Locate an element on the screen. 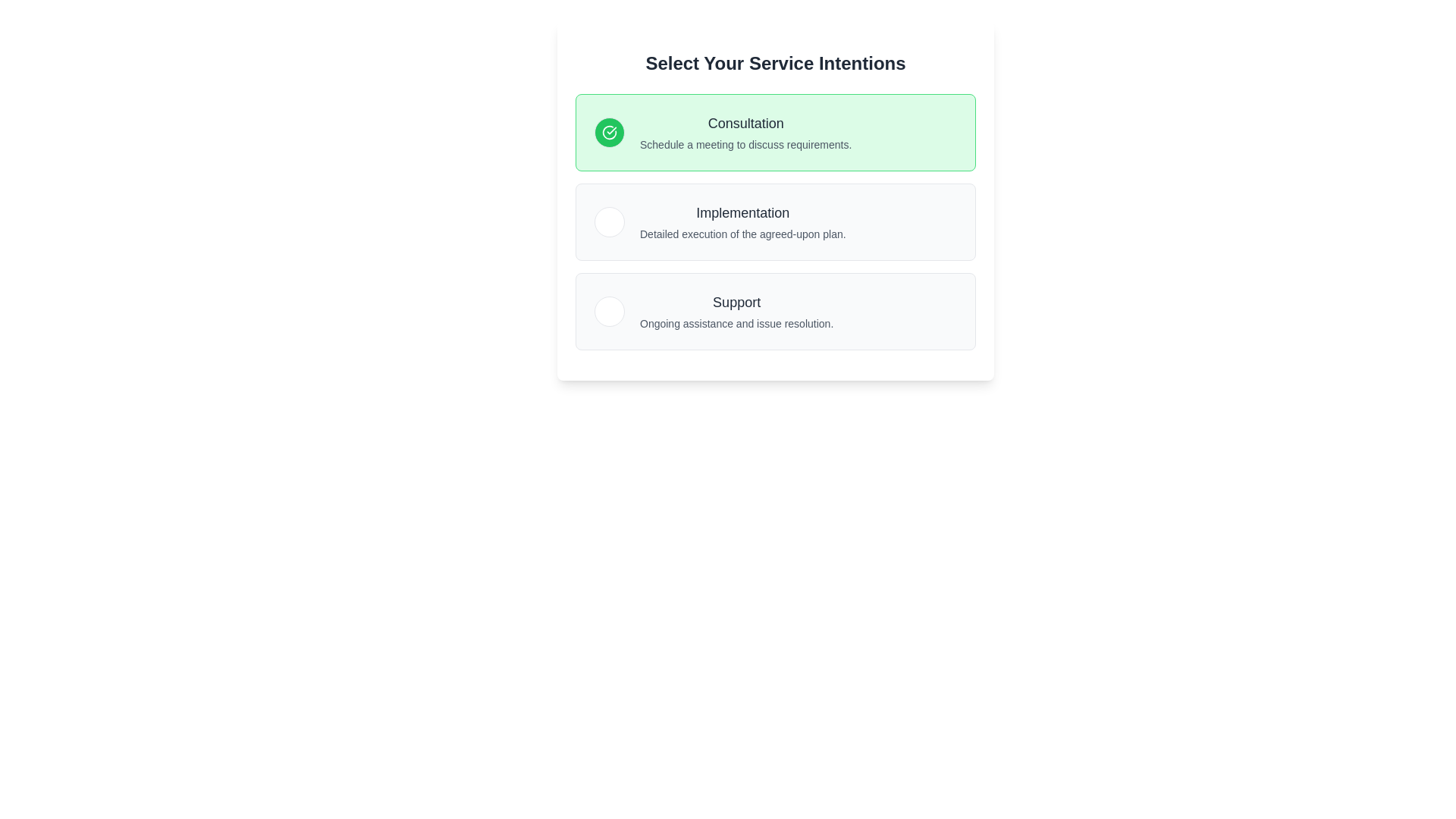 The image size is (1456, 819). the 'Implementation' button located in the options list, specifically the second button beneath 'Consultation' and above 'Support' is located at coordinates (610, 222).